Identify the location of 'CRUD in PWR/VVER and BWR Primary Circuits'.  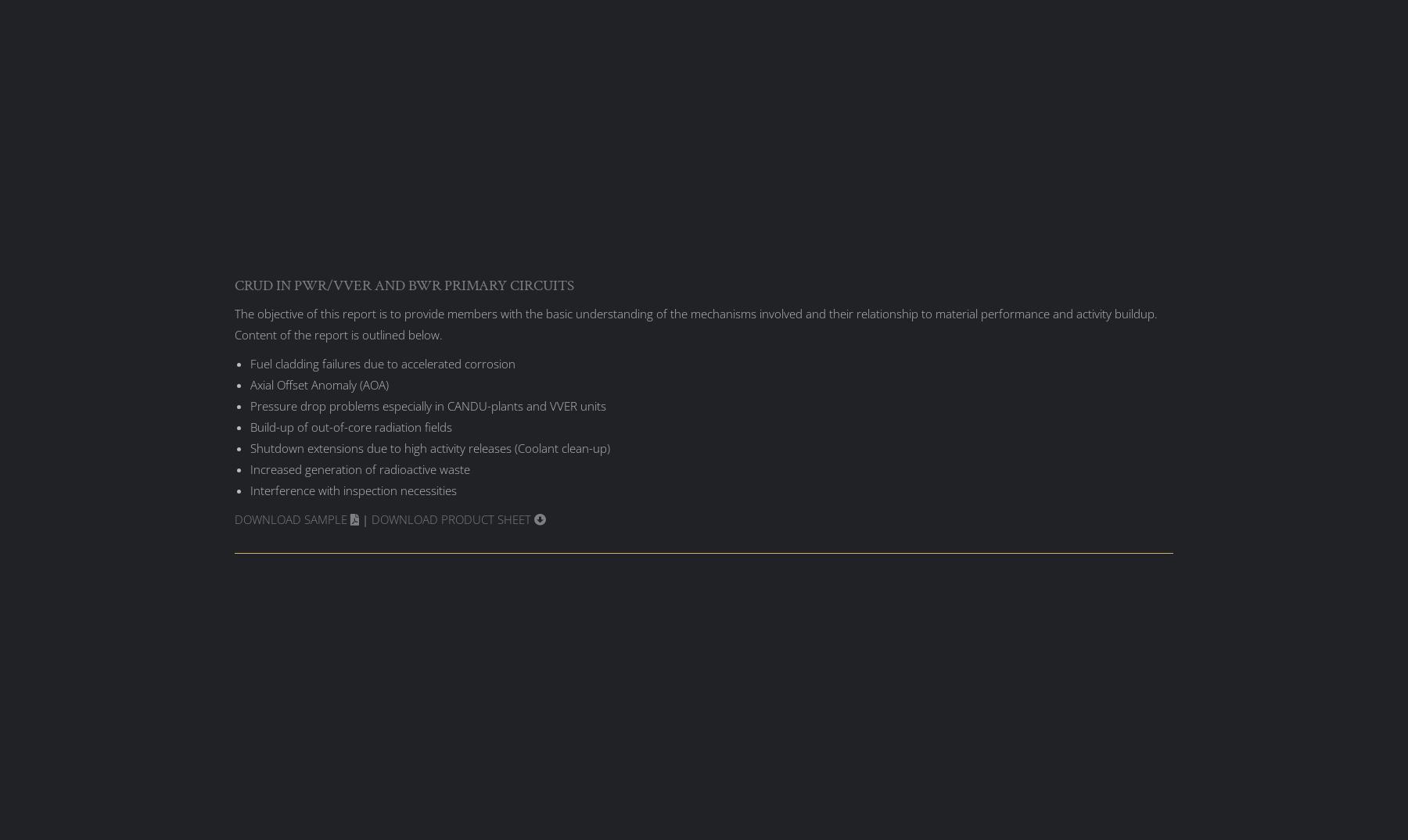
(403, 284).